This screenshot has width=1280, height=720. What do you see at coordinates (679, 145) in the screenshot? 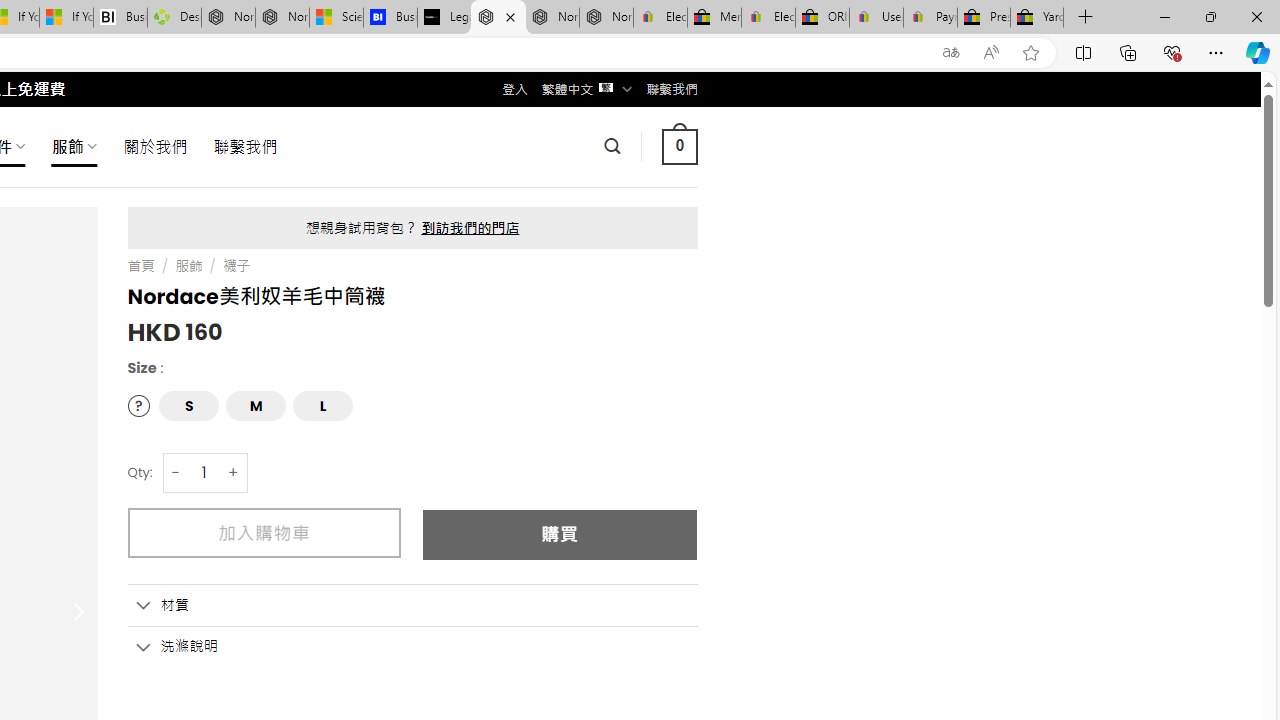
I see `'  0  '` at bounding box center [679, 145].